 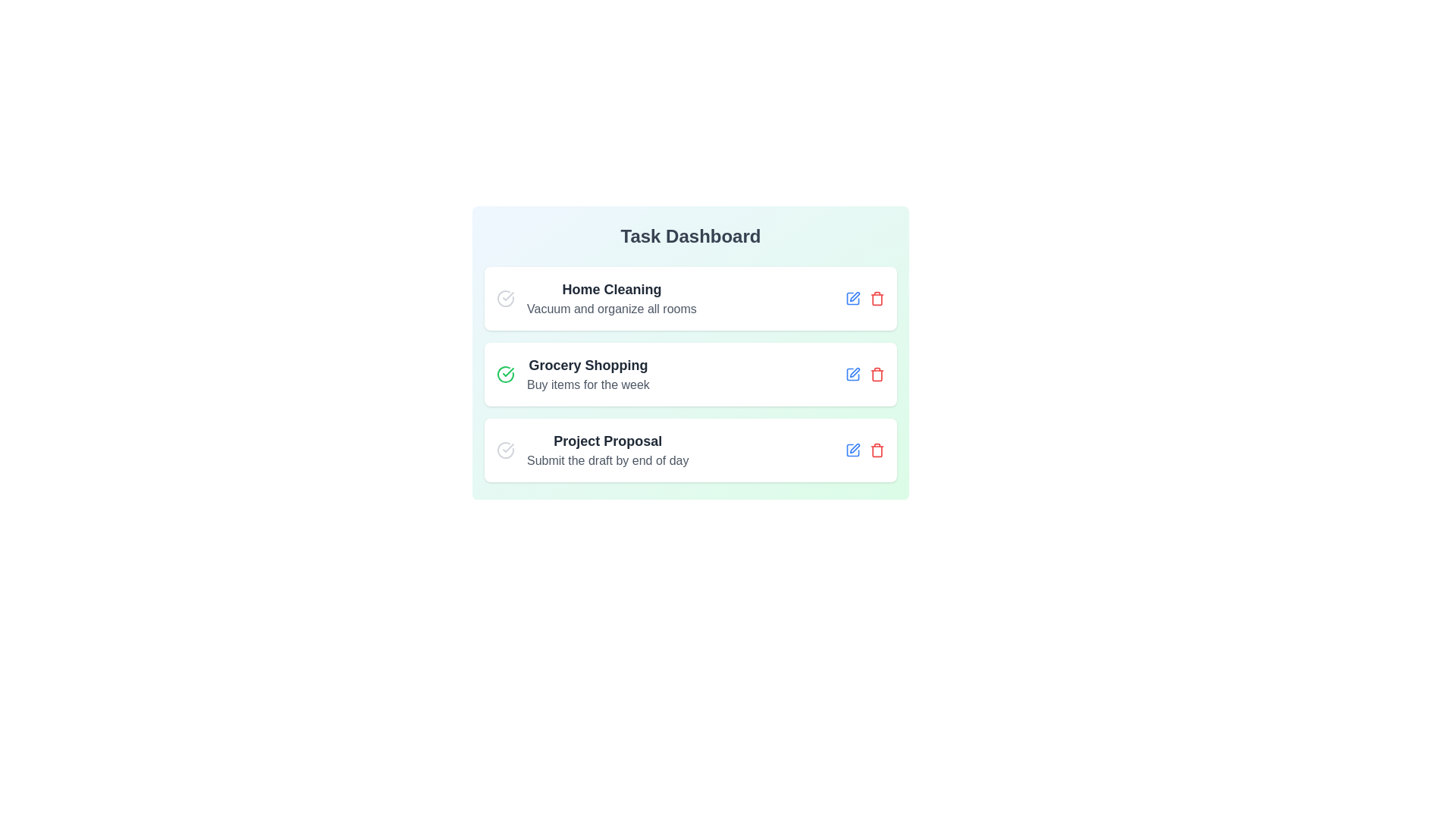 I want to click on trash icon for the task titled Grocery Shopping, so click(x=877, y=374).